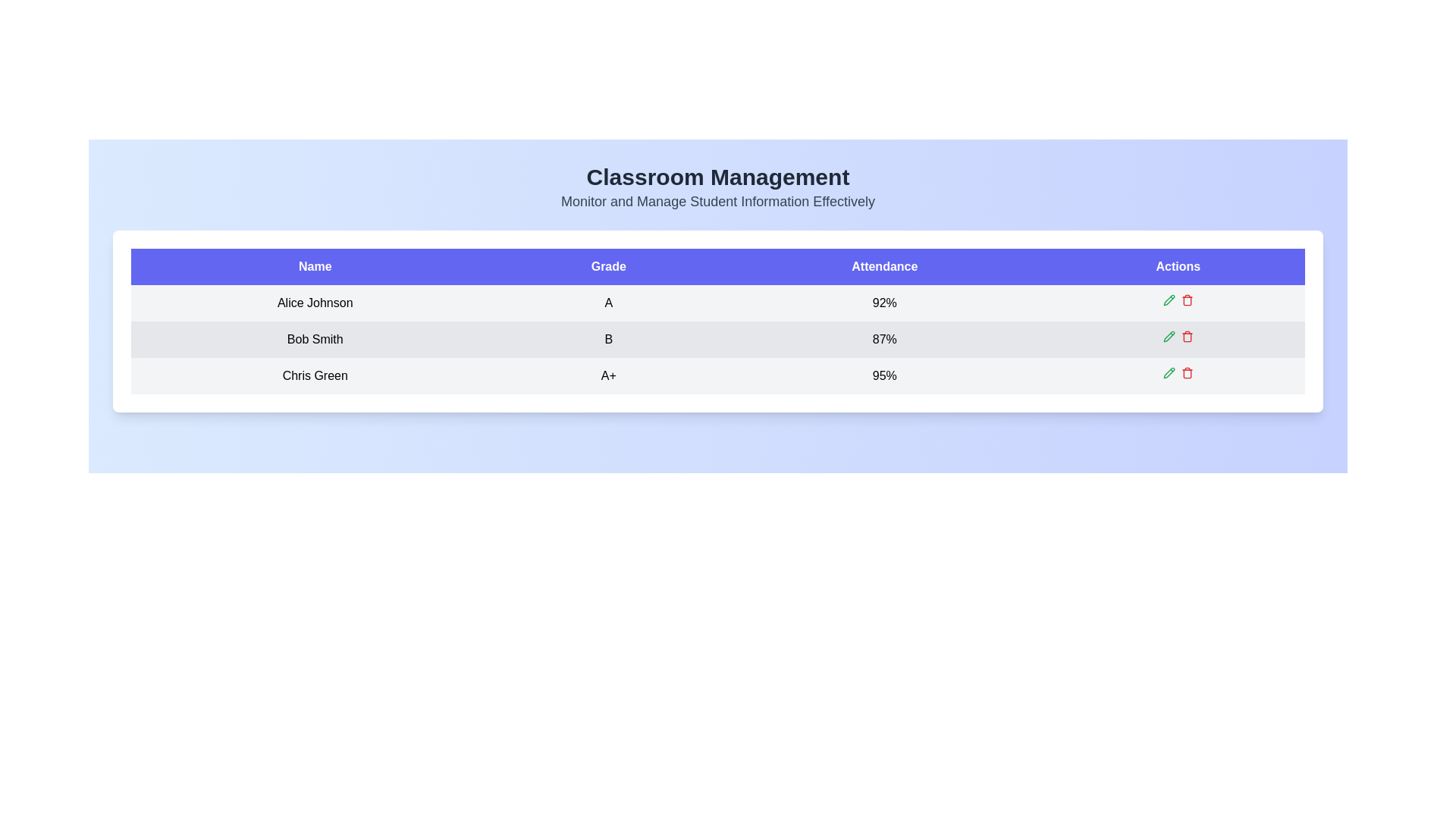 This screenshot has height=819, width=1456. What do you see at coordinates (314, 303) in the screenshot?
I see `the text label that identifies the name of a student or user, located in the first row and first column of the table under the 'Name' header` at bounding box center [314, 303].